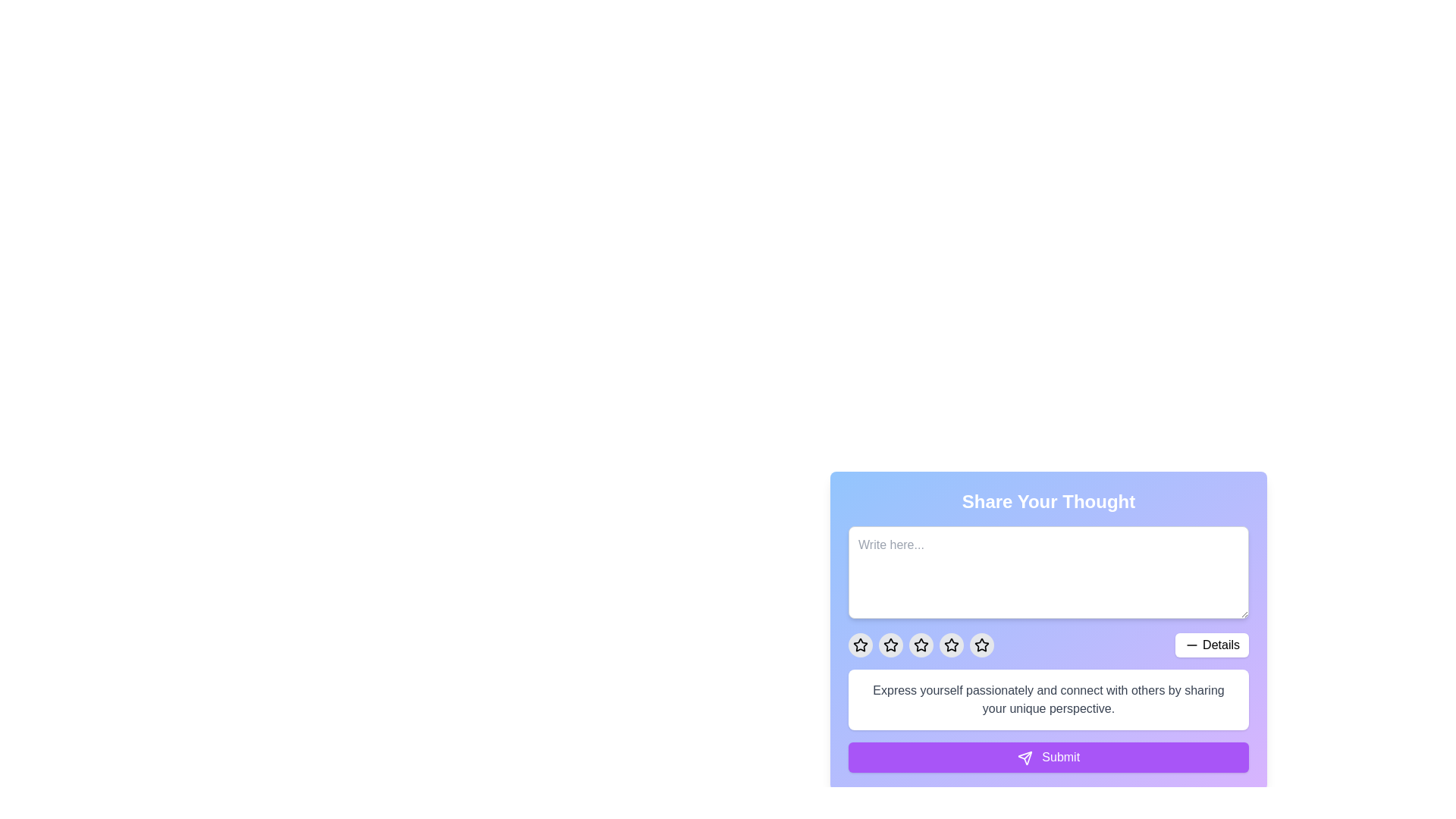  Describe the element at coordinates (920, 645) in the screenshot. I see `the second outlined star icon in the rating section, which is part of a group of five star icons below the 'Share Your Thought' text input area` at that location.